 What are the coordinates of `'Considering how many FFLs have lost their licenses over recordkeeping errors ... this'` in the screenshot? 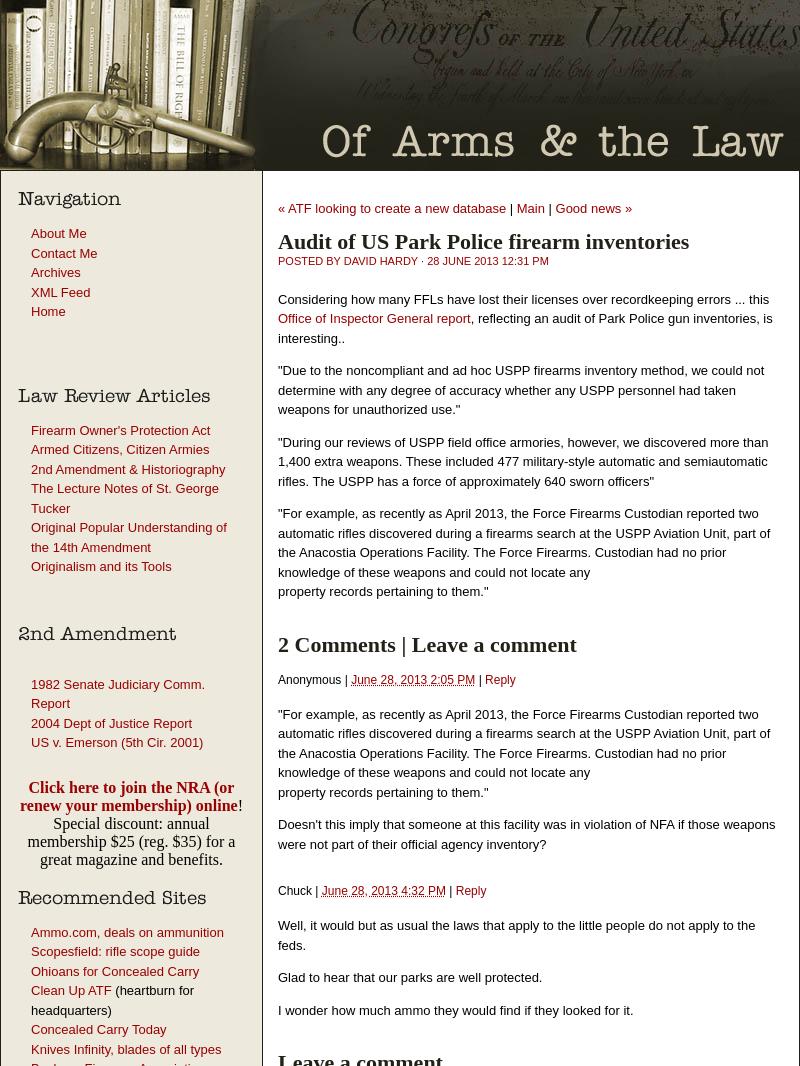 It's located at (522, 298).